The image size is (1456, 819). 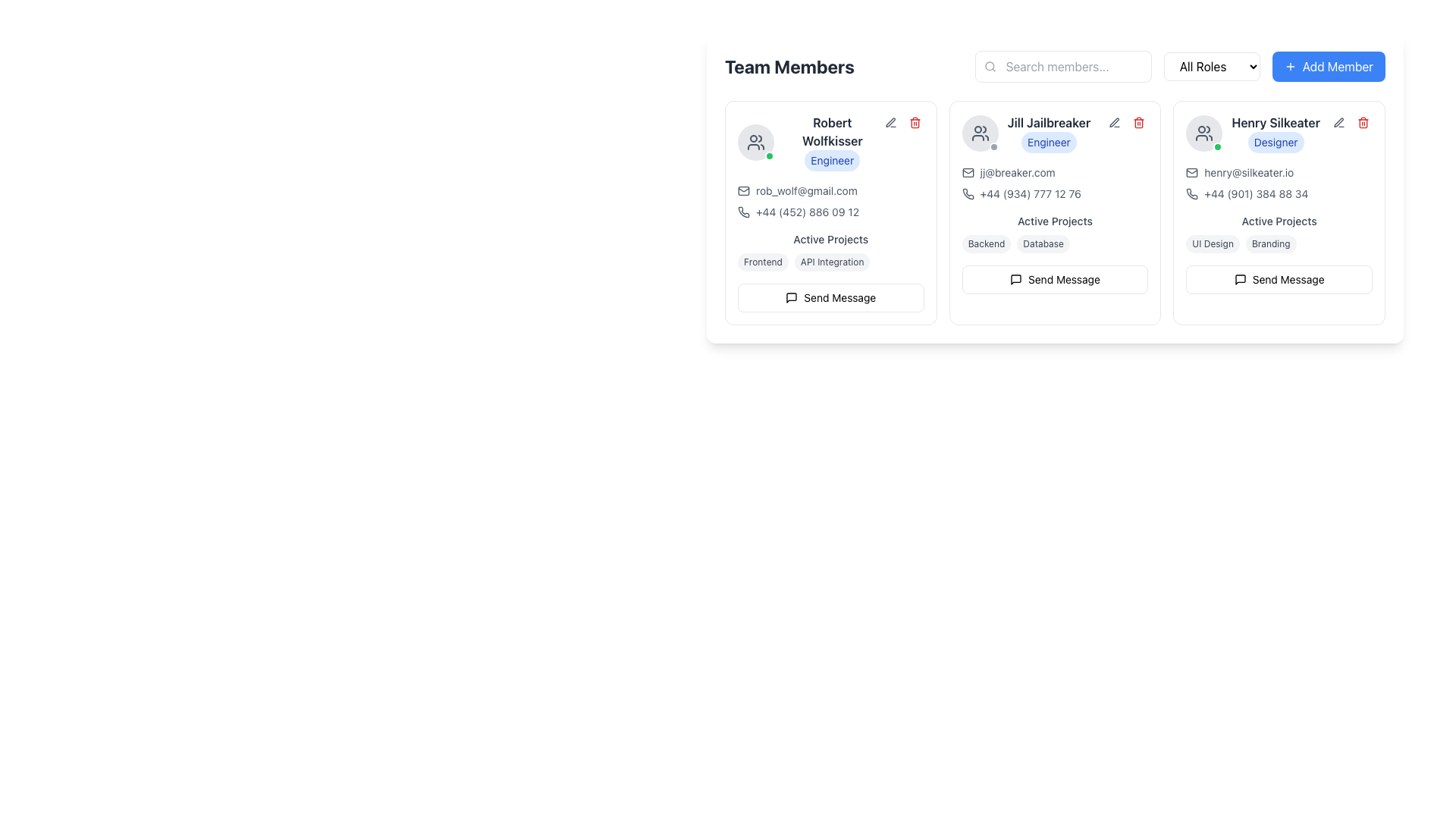 What do you see at coordinates (1203, 133) in the screenshot?
I see `the circular avatar component featuring user silhouettes for 'Henry Silkeater', which indicates online status with a small green dot in the bottom right corner` at bounding box center [1203, 133].